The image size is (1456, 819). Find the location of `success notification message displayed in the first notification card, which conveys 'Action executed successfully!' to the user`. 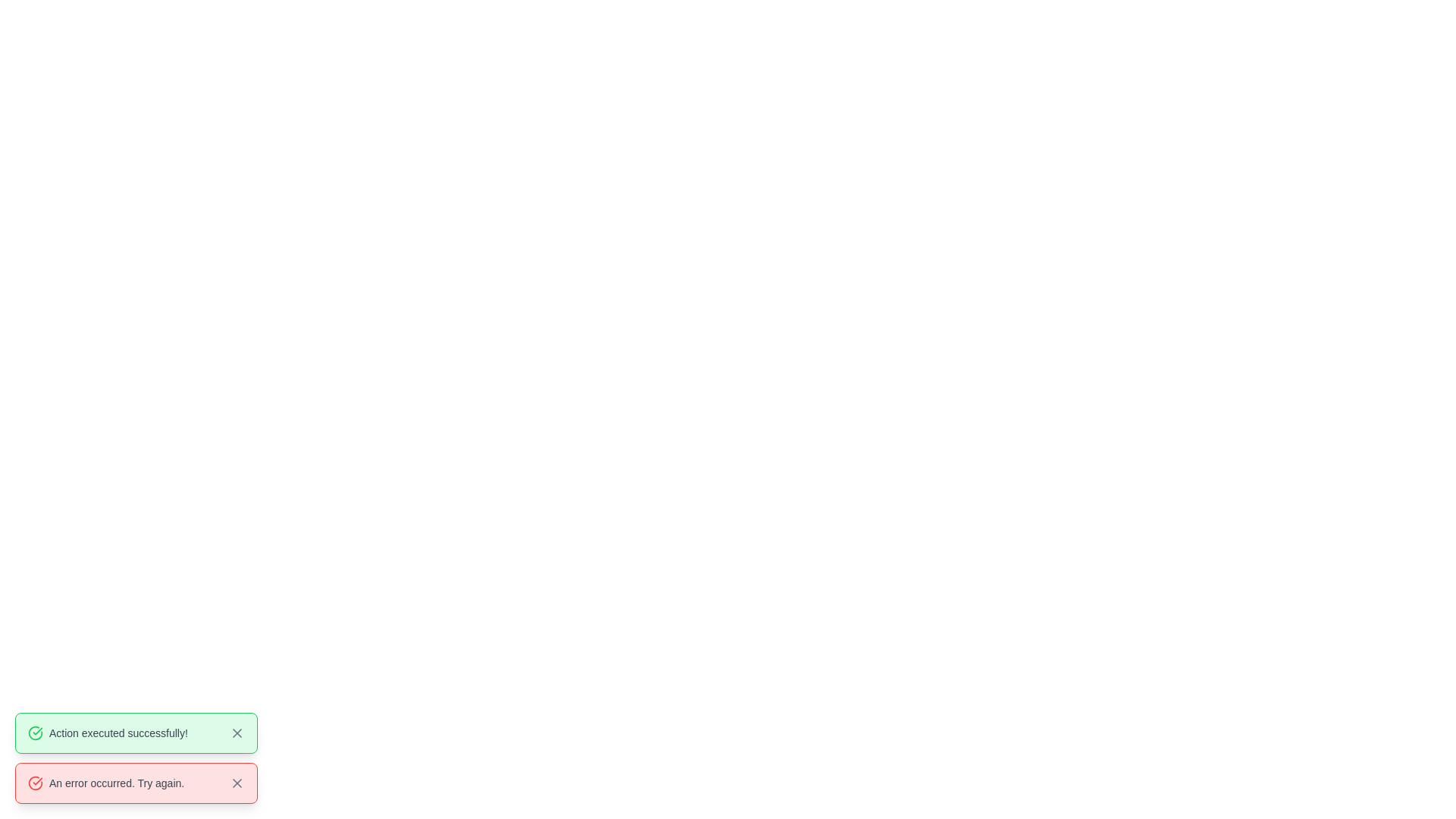

success notification message displayed in the first notification card, which conveys 'Action executed successfully!' to the user is located at coordinates (136, 733).